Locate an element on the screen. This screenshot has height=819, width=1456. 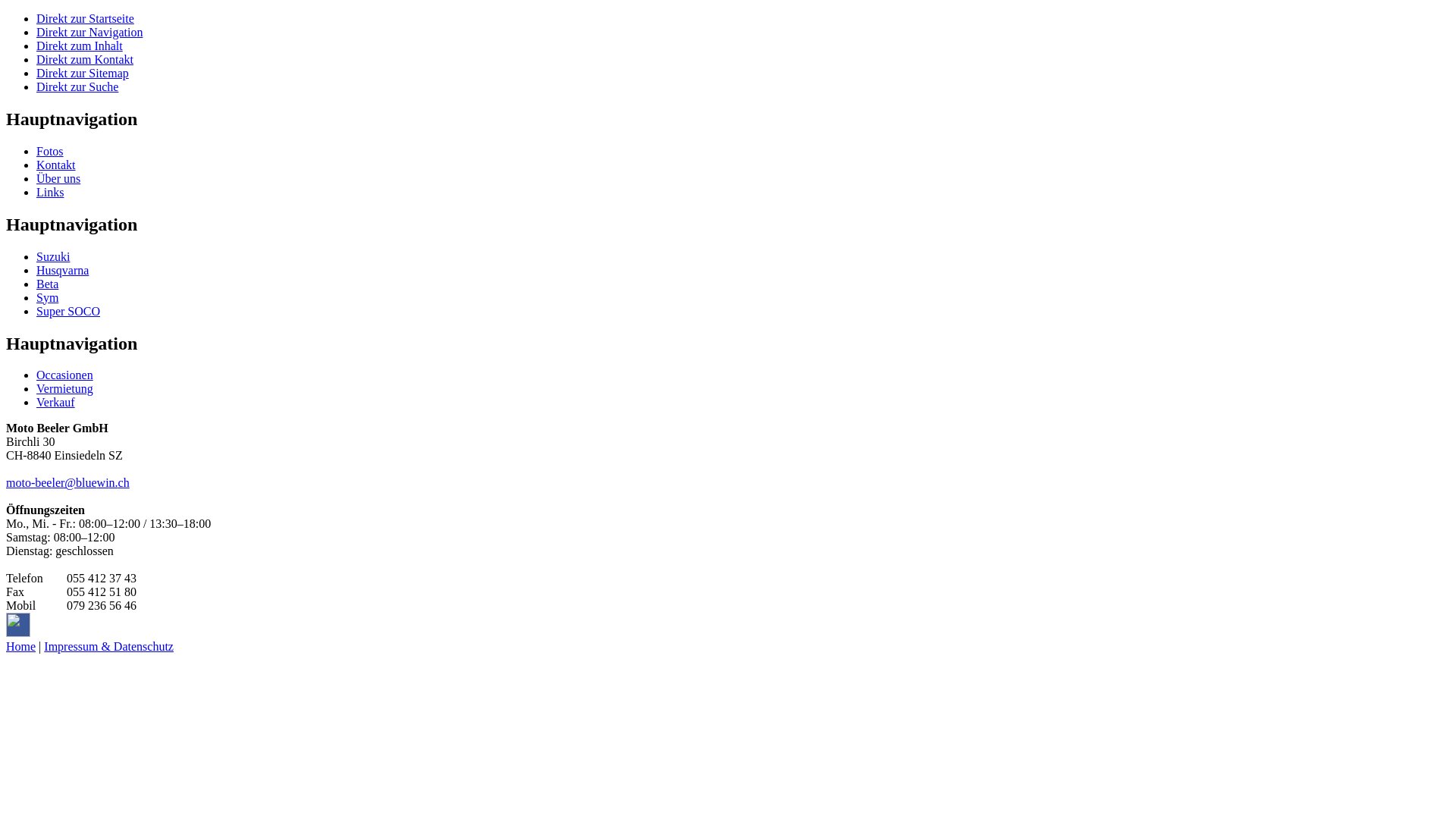
'Direkt zur Navigation' is located at coordinates (89, 32).